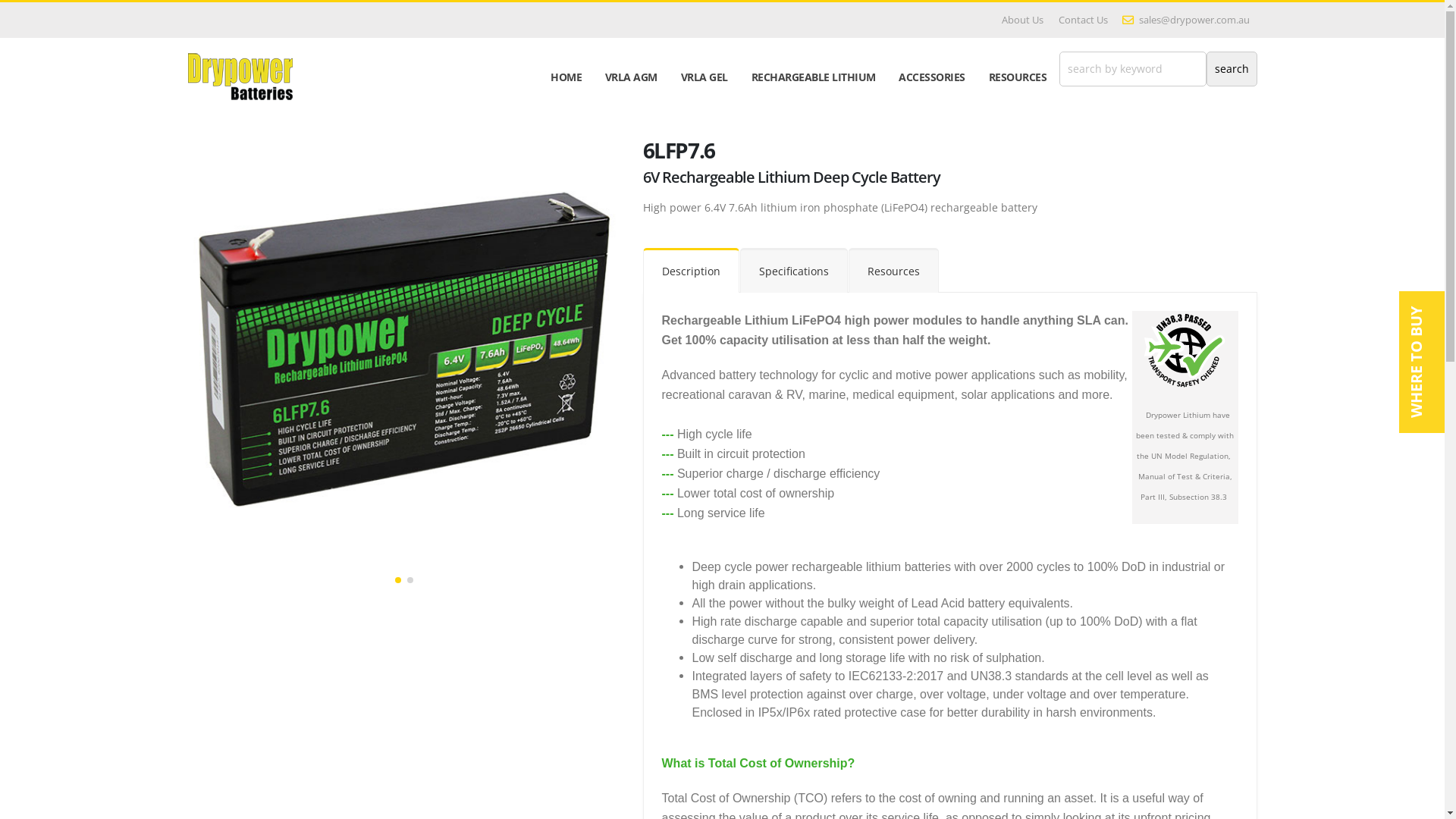 Image resolution: width=1456 pixels, height=819 pixels. I want to click on 'Resources', so click(893, 269).